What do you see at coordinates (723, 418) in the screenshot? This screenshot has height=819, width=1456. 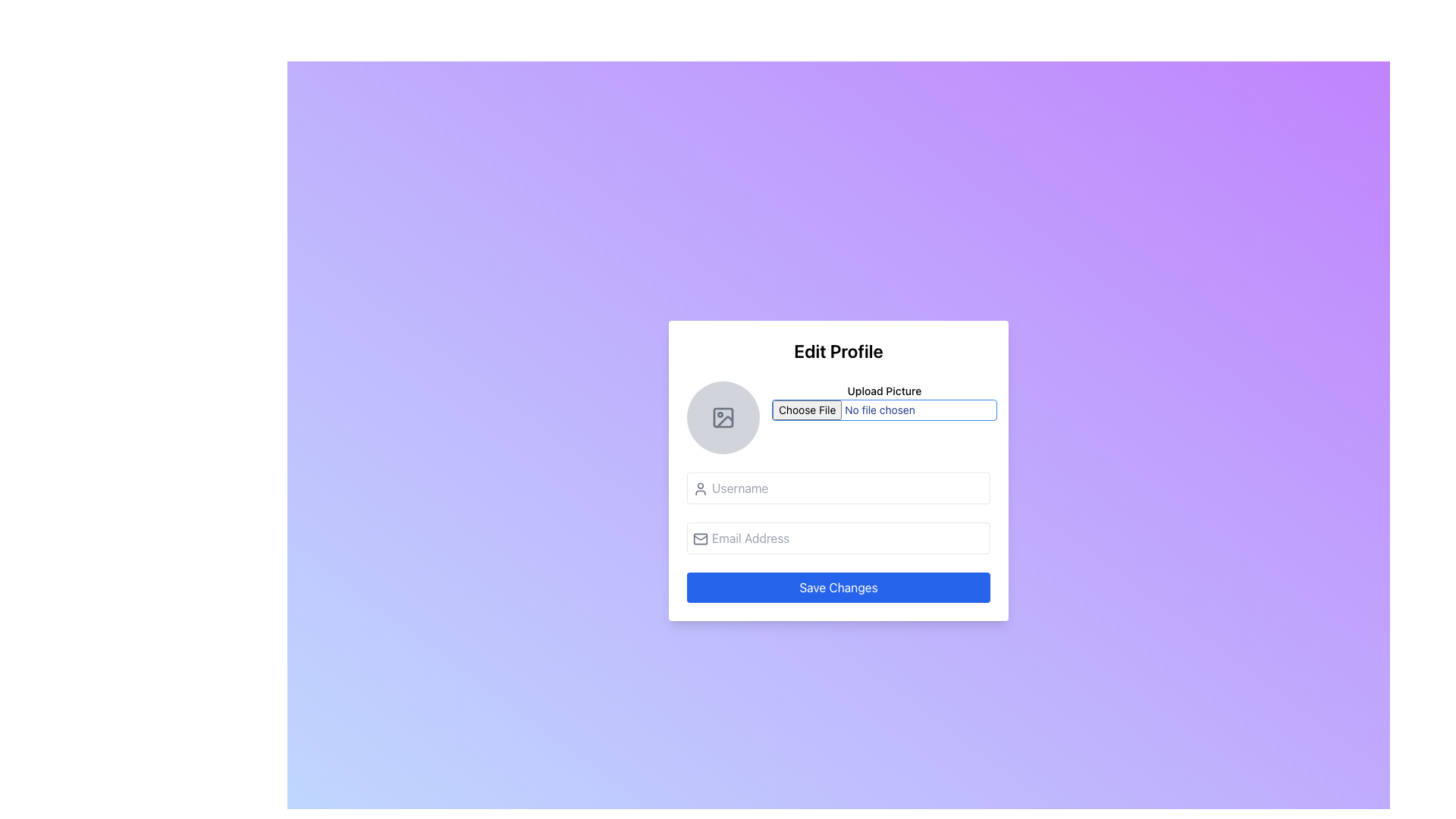 I see `the icon resembling a simple image placeholder, which is styled in gray and located to the left of the 'Upload Picture' text in the 'Edit Profile' form` at bounding box center [723, 418].